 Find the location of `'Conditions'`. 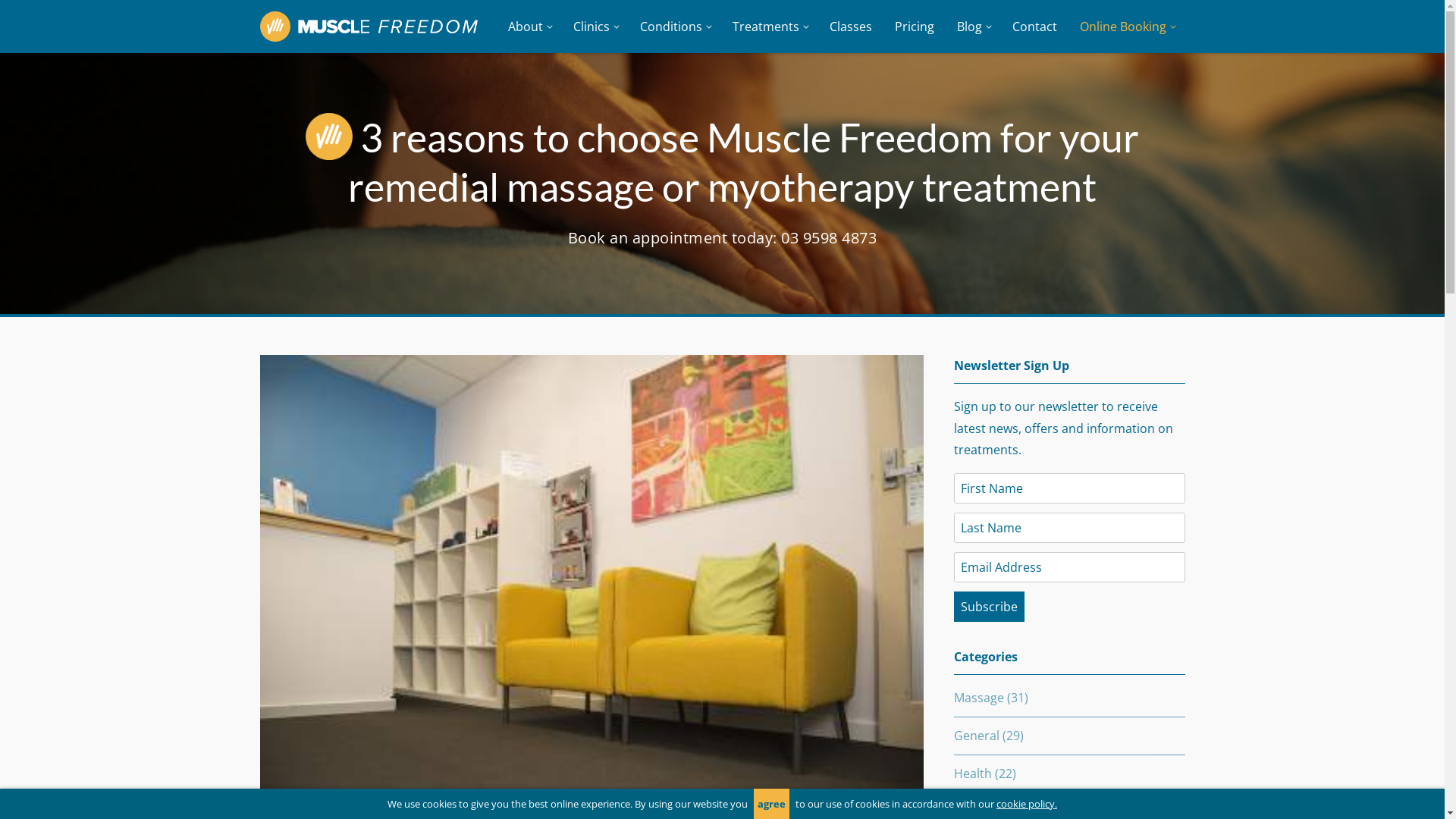

'Conditions' is located at coordinates (673, 26).